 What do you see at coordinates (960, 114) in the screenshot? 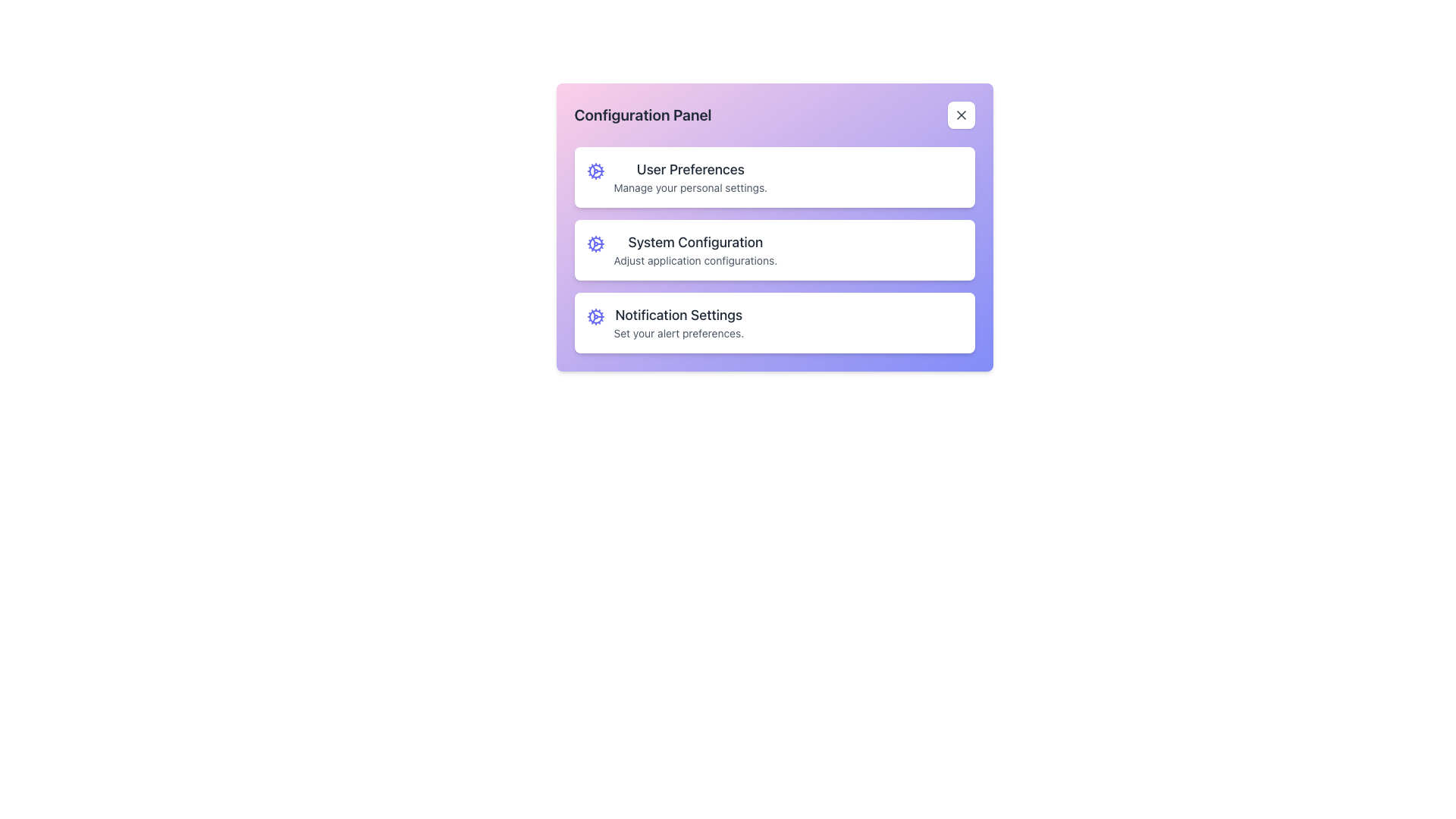
I see `the X-shaped close icon located` at bounding box center [960, 114].